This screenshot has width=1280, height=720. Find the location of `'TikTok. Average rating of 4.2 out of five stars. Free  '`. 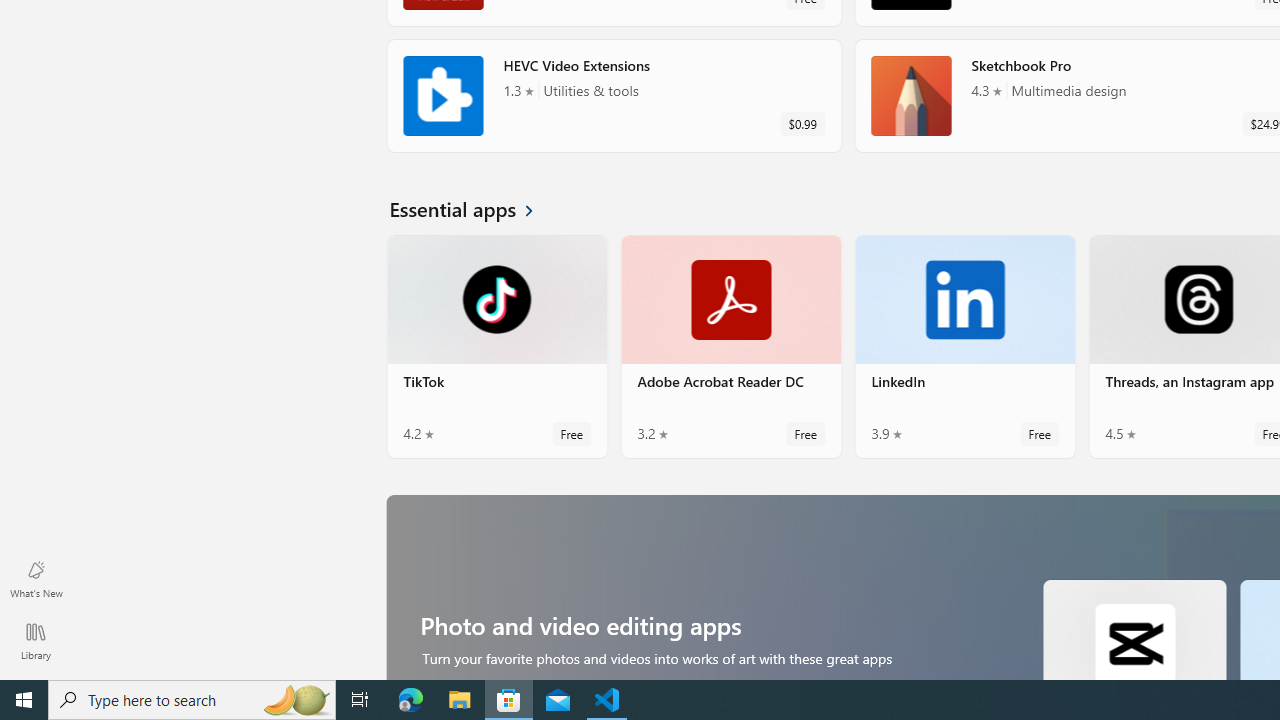

'TikTok. Average rating of 4.2 out of five stars. Free  ' is located at coordinates (497, 346).